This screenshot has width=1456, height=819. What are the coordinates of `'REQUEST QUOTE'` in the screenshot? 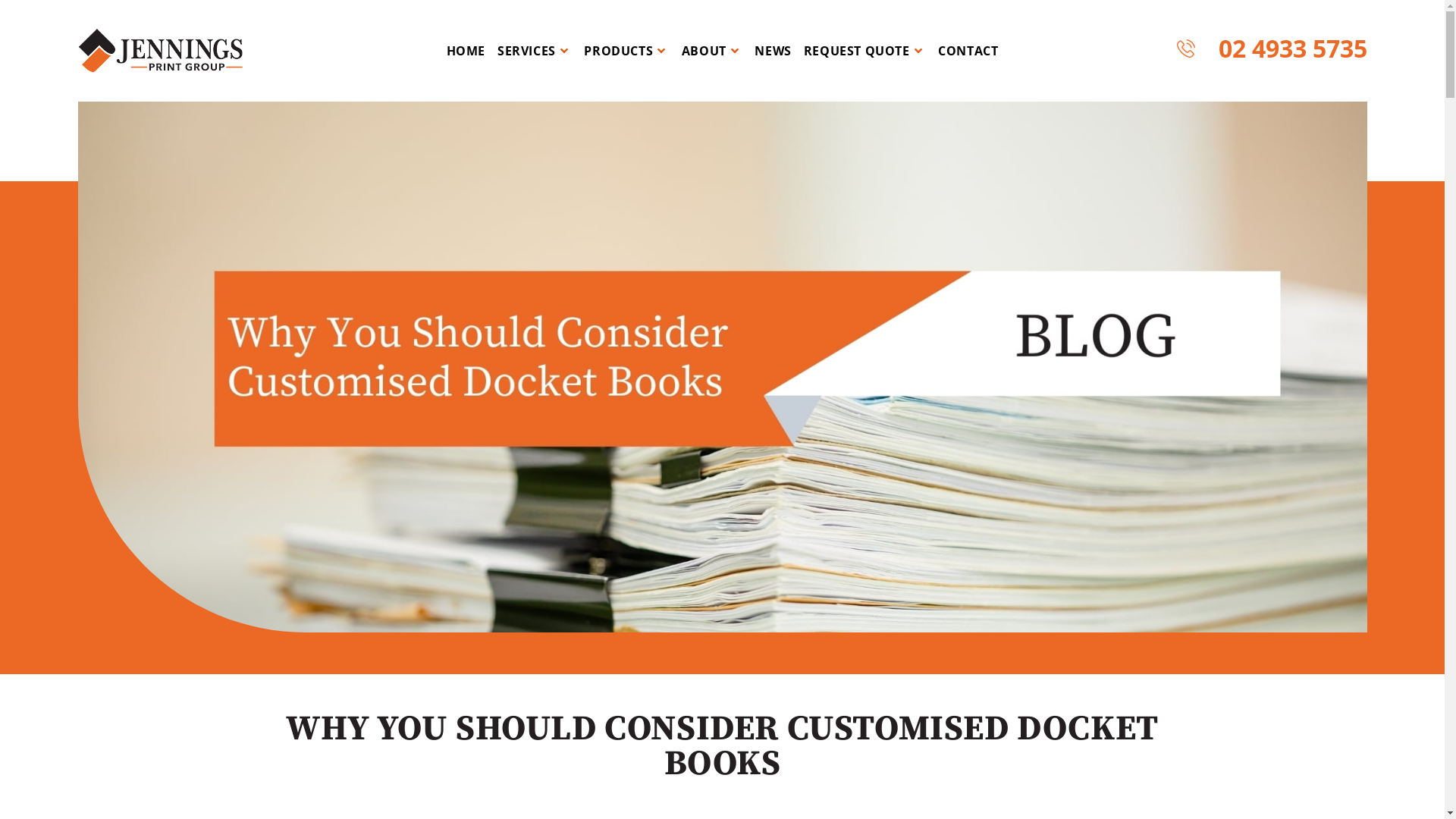 It's located at (864, 49).